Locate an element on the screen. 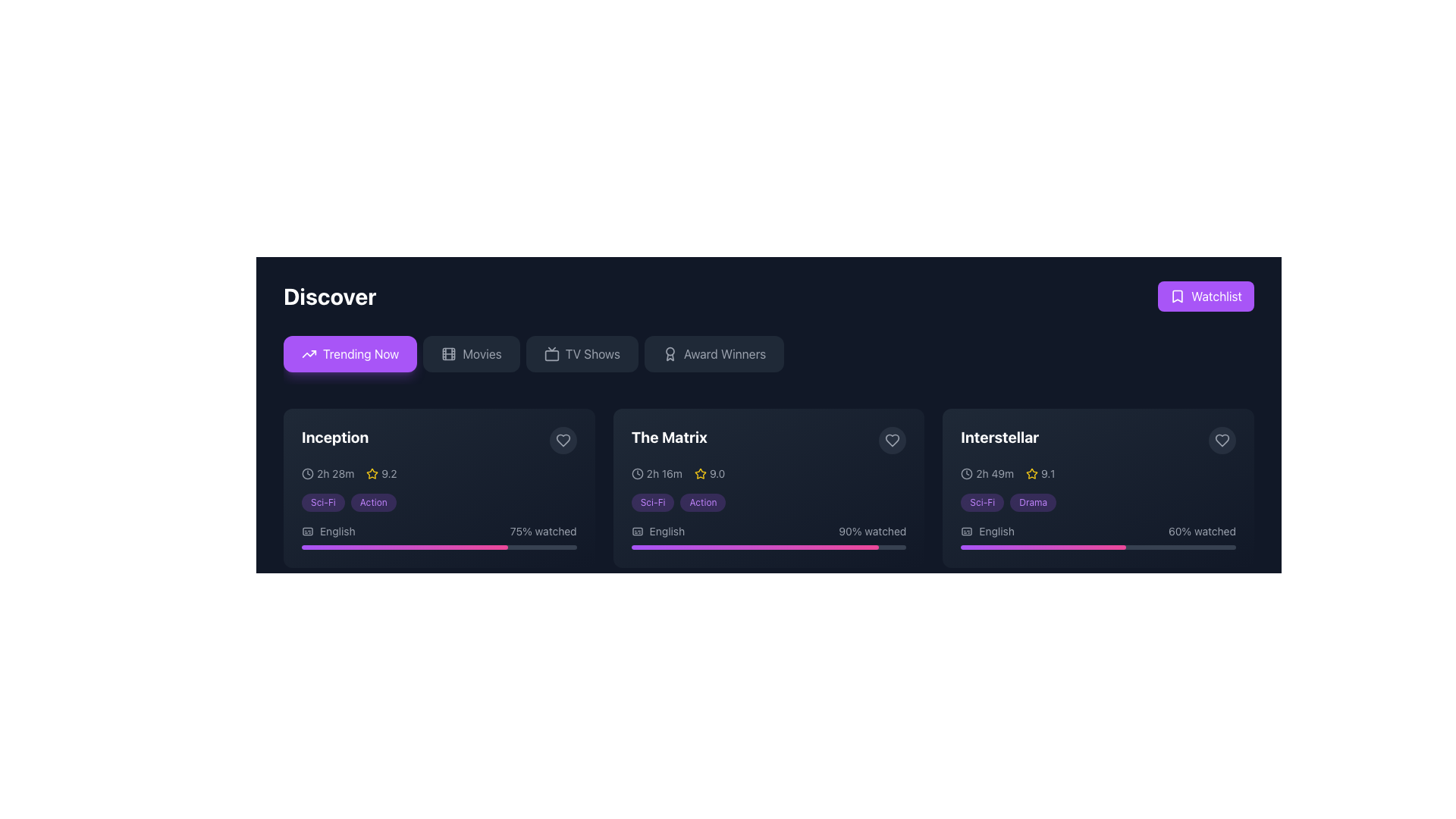 This screenshot has height=819, width=1456. the bookmark icon located to the left of the 'Watchlist' button at the top-right corner of the interface is located at coordinates (1177, 296).